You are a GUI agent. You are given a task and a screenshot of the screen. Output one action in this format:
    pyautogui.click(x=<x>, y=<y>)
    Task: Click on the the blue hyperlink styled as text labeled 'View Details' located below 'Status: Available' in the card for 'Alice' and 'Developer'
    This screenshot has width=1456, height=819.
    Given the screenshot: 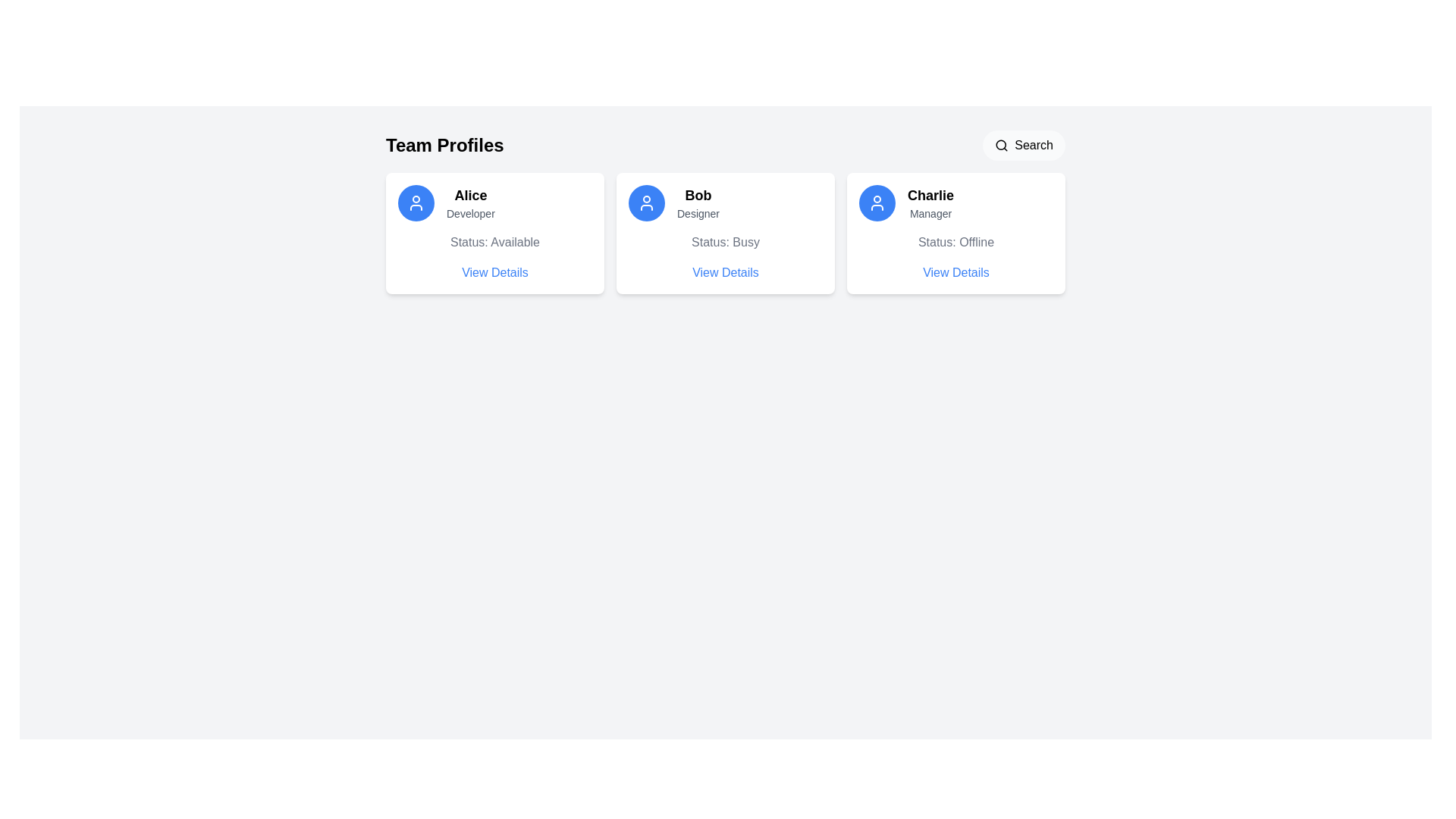 What is the action you would take?
    pyautogui.click(x=494, y=271)
    